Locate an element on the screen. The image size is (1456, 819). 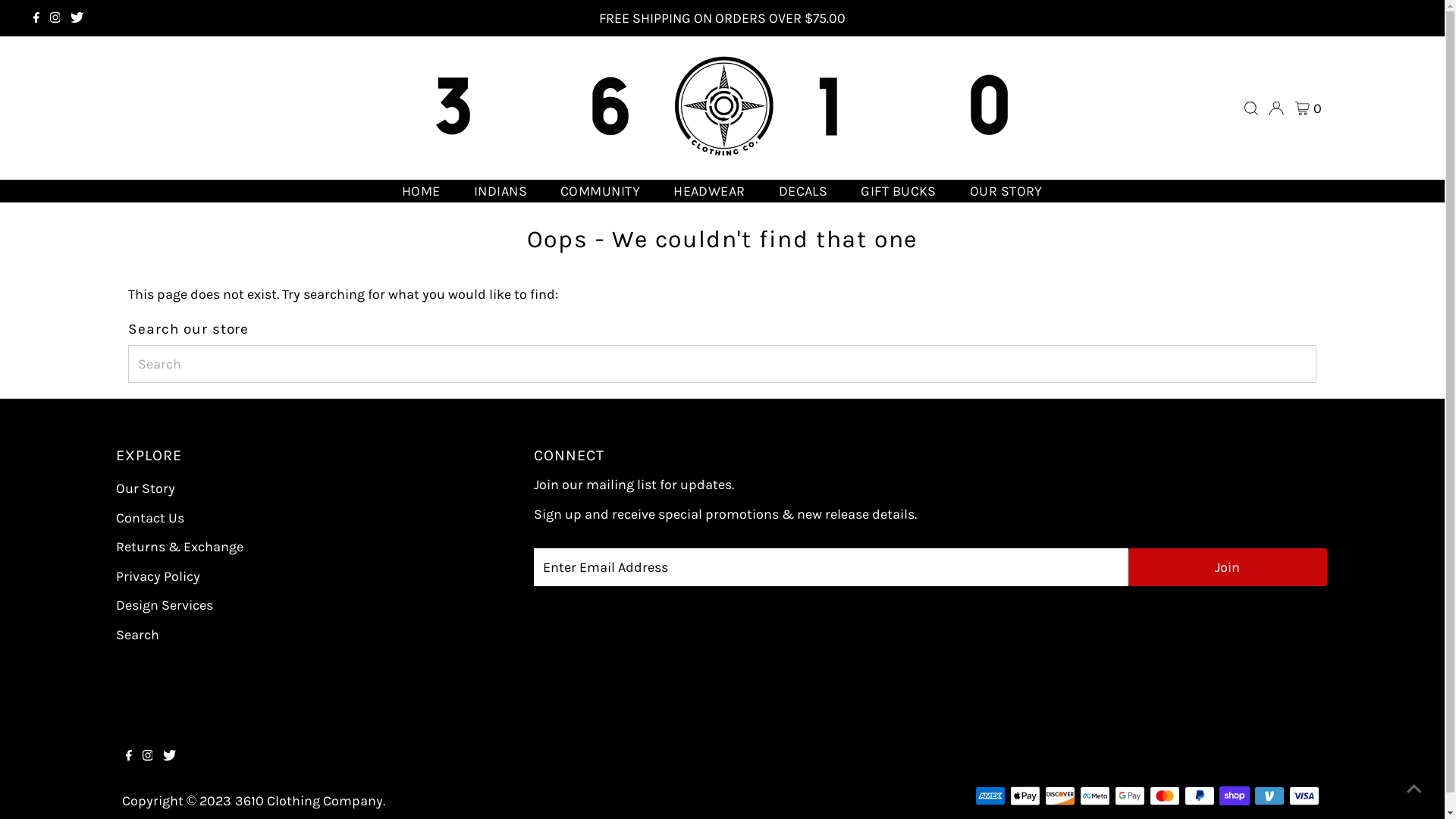
'Contact Us' is located at coordinates (149, 516).